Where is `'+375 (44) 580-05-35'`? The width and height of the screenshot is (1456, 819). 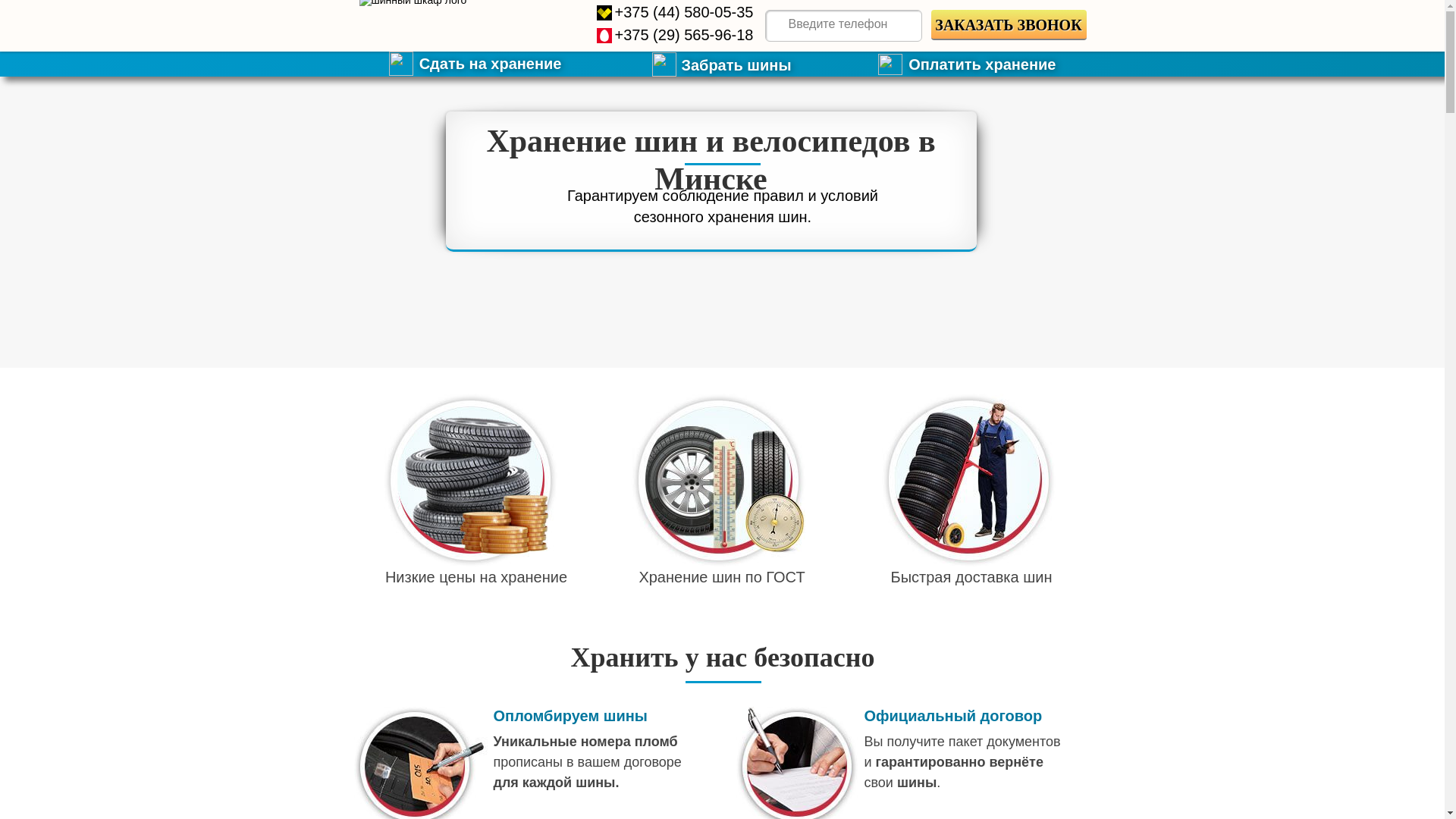
'+375 (44) 580-05-35' is located at coordinates (682, 11).